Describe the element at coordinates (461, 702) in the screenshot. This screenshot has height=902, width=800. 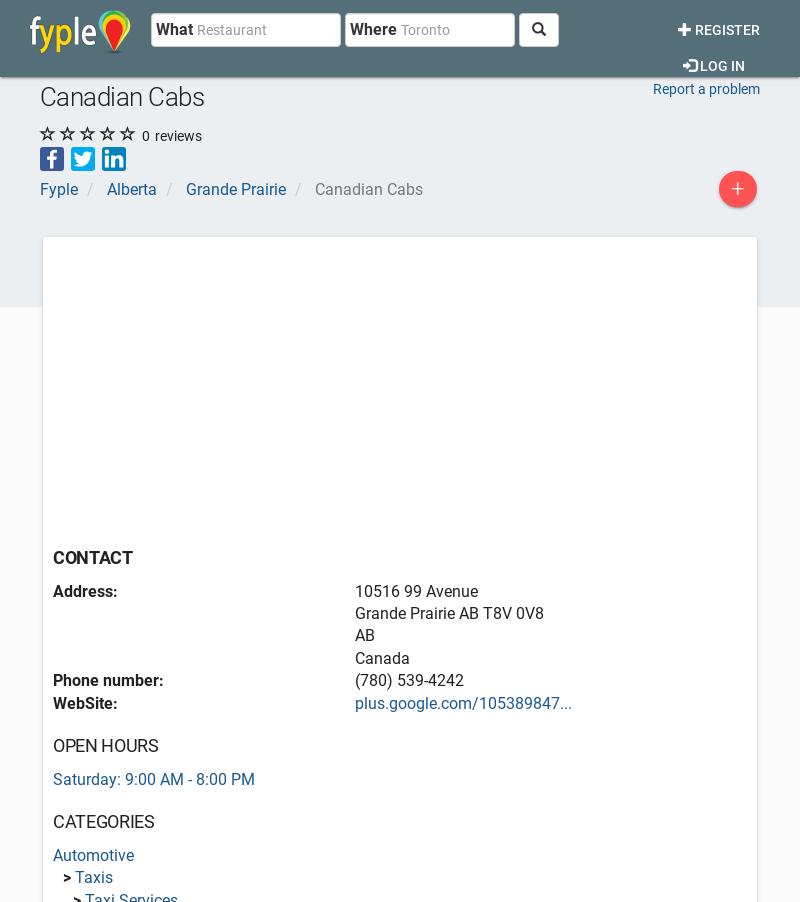
I see `'plus.google.com/105389847...'` at that location.